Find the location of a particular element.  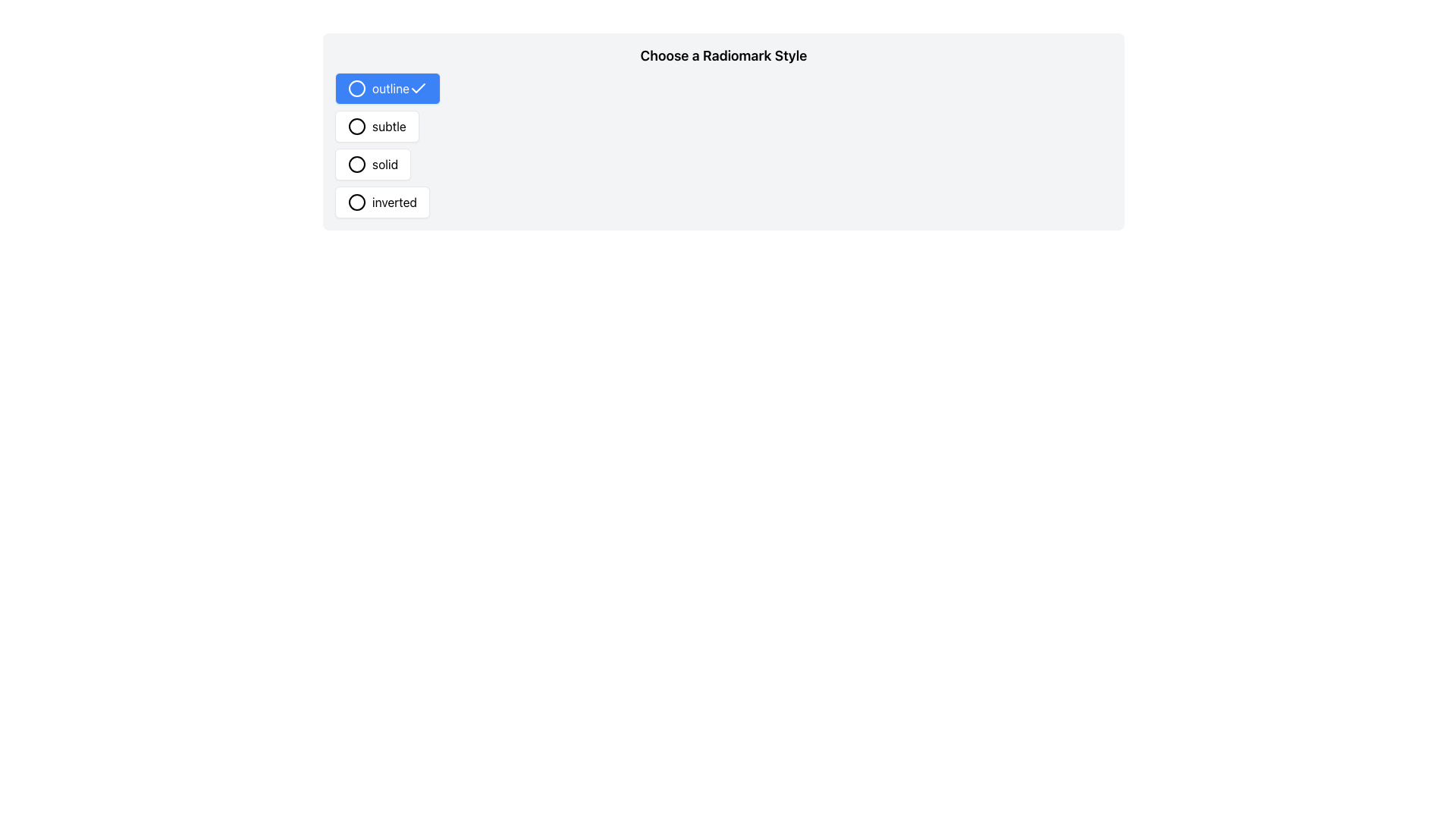

the circular icon positioned to the left of the text 'solid' in the button-like component located in the middle-right area of the menu is located at coordinates (356, 164).